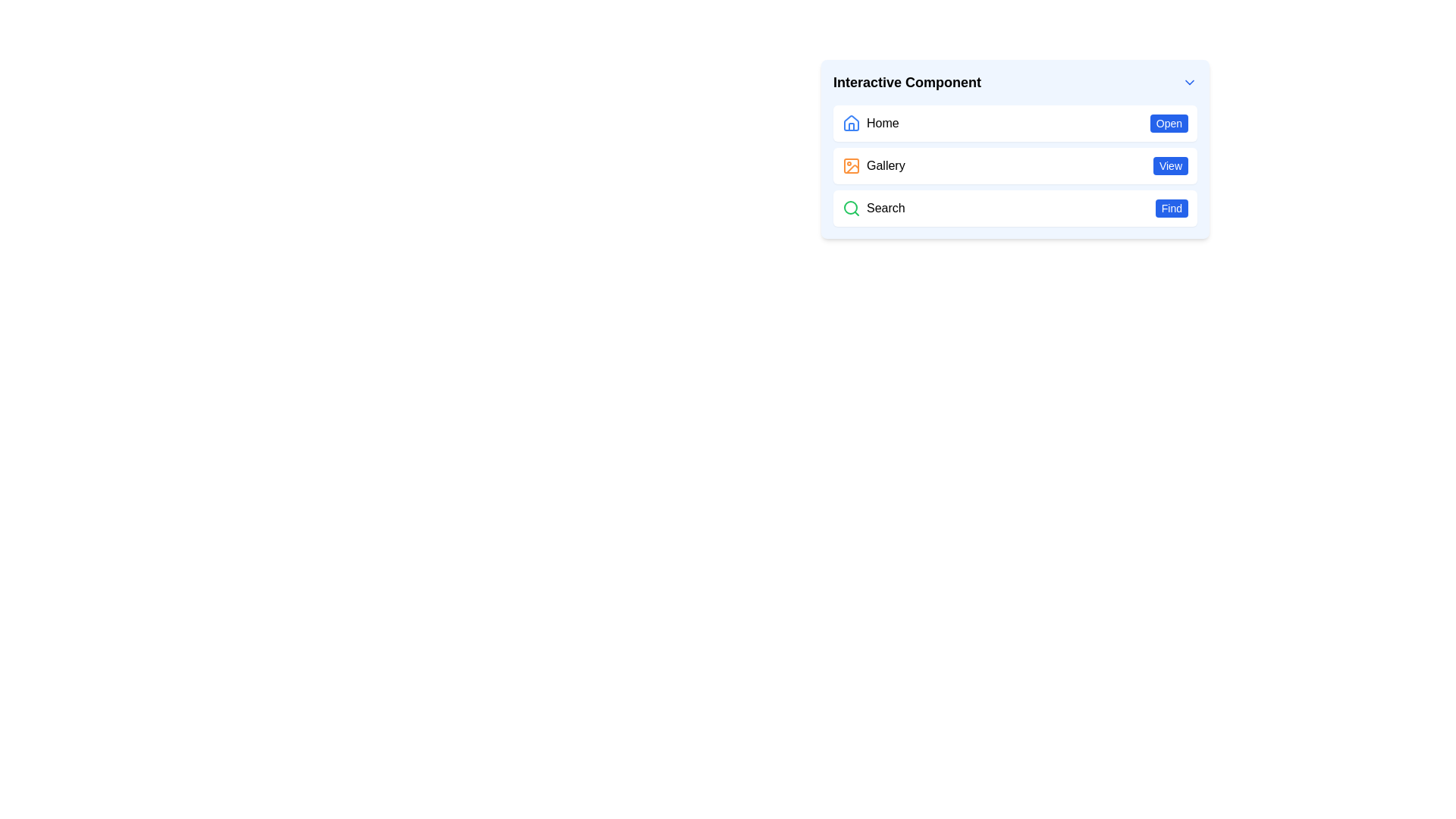 Image resolution: width=1456 pixels, height=819 pixels. Describe the element at coordinates (852, 166) in the screenshot. I see `the orange-colored icon resembling an image symbol, which is located in the 'Gallery' row, positioned to the far left before the text 'Gallery'` at that location.